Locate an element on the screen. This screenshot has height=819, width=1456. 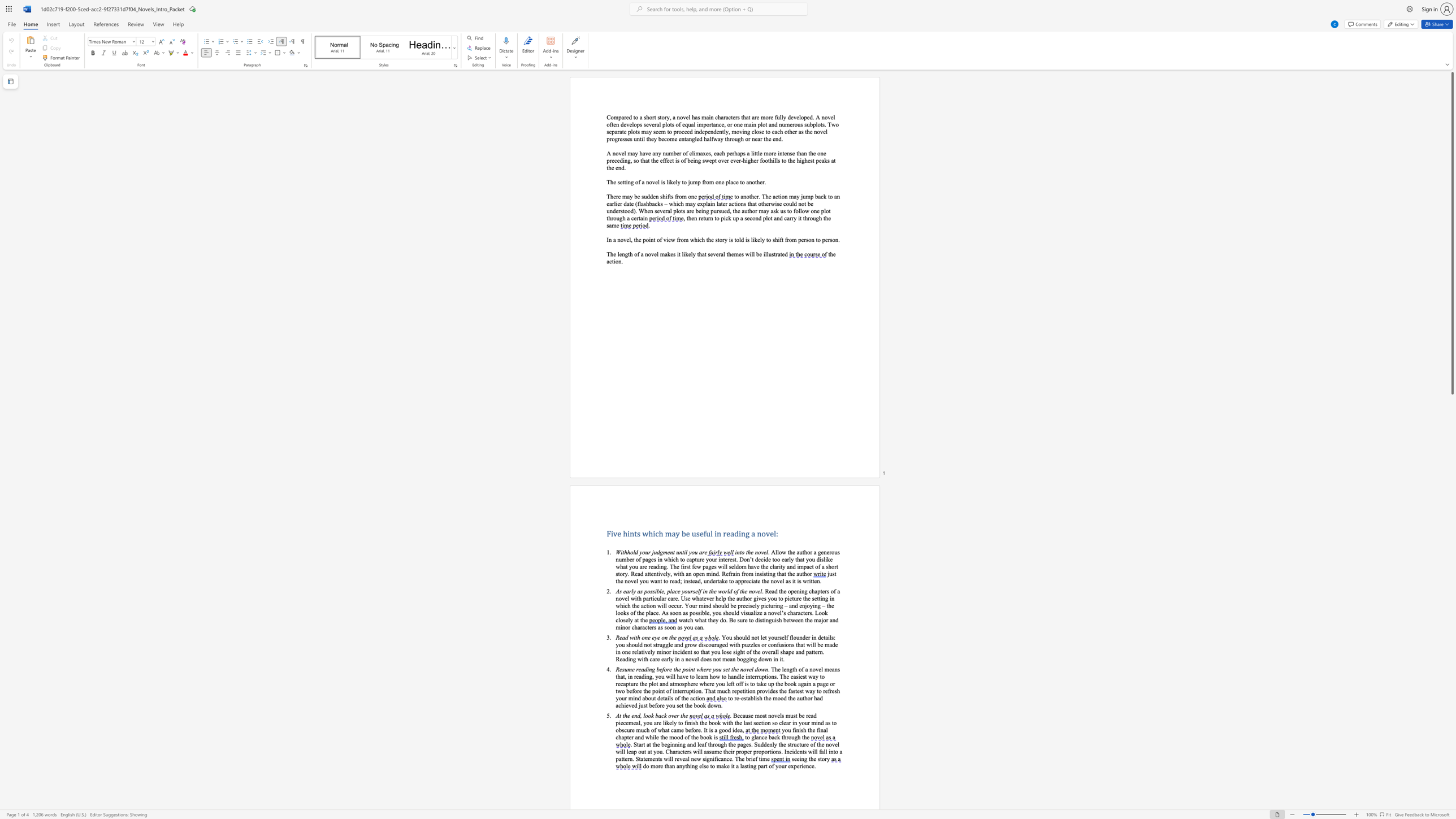
the subset text "losely at th" within the text ". Read the opening chapters of a novel with particular care. Use whatever help the author gives you to picture the setting in which the action will occur. Your mind should be precisely picturing – and enjoying – the looks of the place. As soon as possible, you should visualize a novel’s characters. Look closely at the" is located at coordinates (618, 619).